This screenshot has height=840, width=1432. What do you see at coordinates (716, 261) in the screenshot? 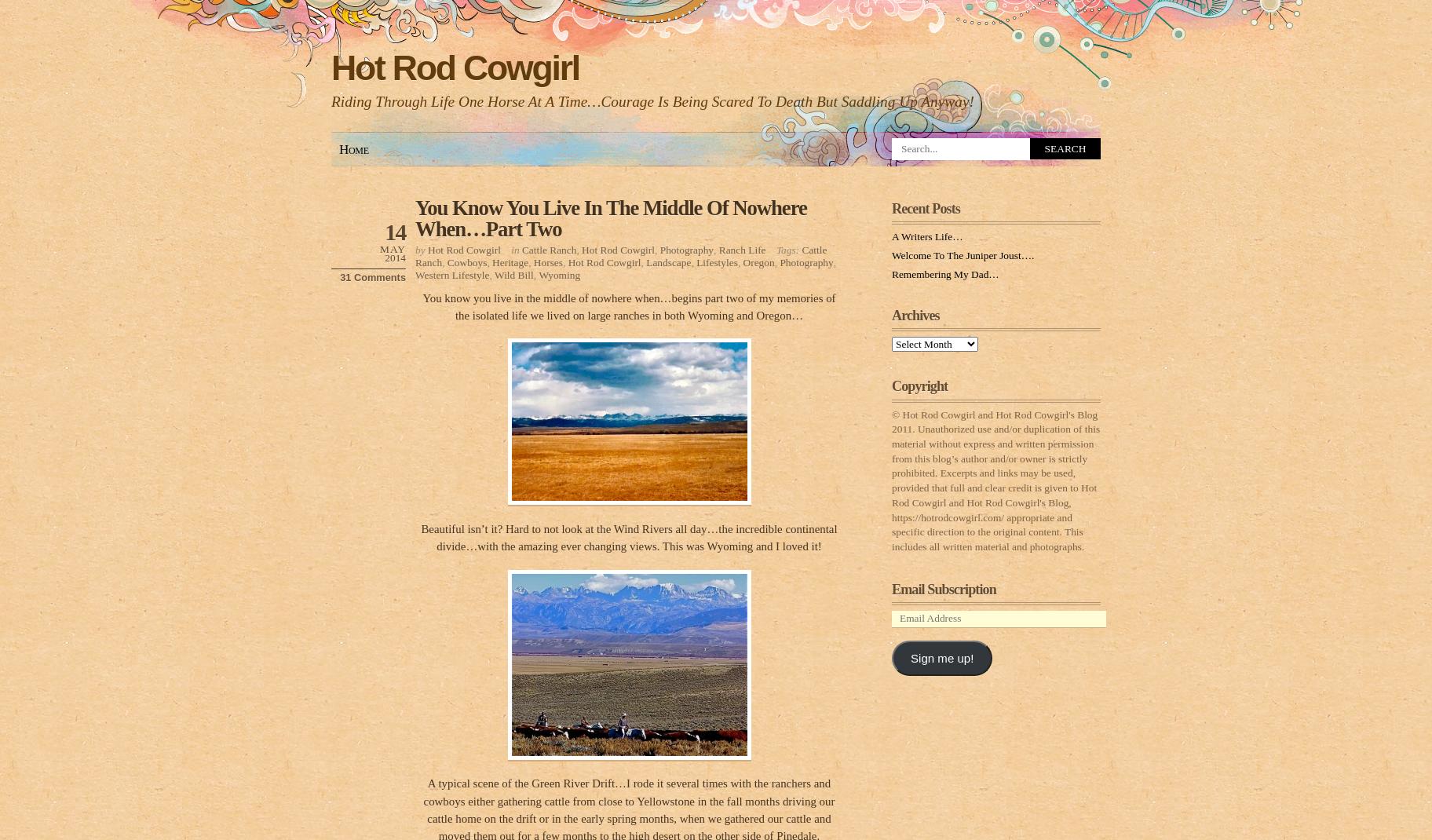
I see `'Lifestyles'` at bounding box center [716, 261].